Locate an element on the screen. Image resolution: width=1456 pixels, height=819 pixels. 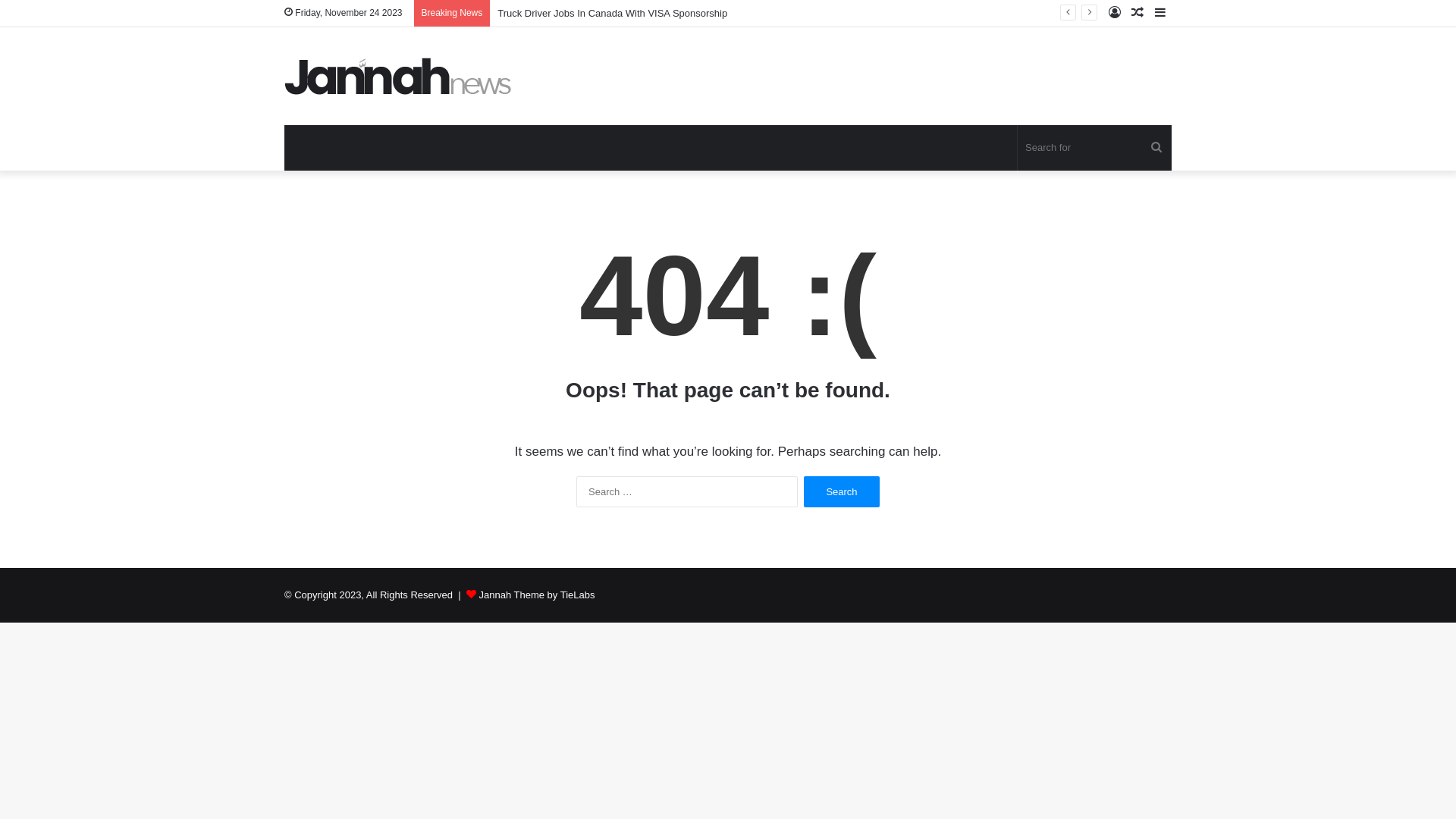
'Jannah Theme by TieLabs' is located at coordinates (536, 594).